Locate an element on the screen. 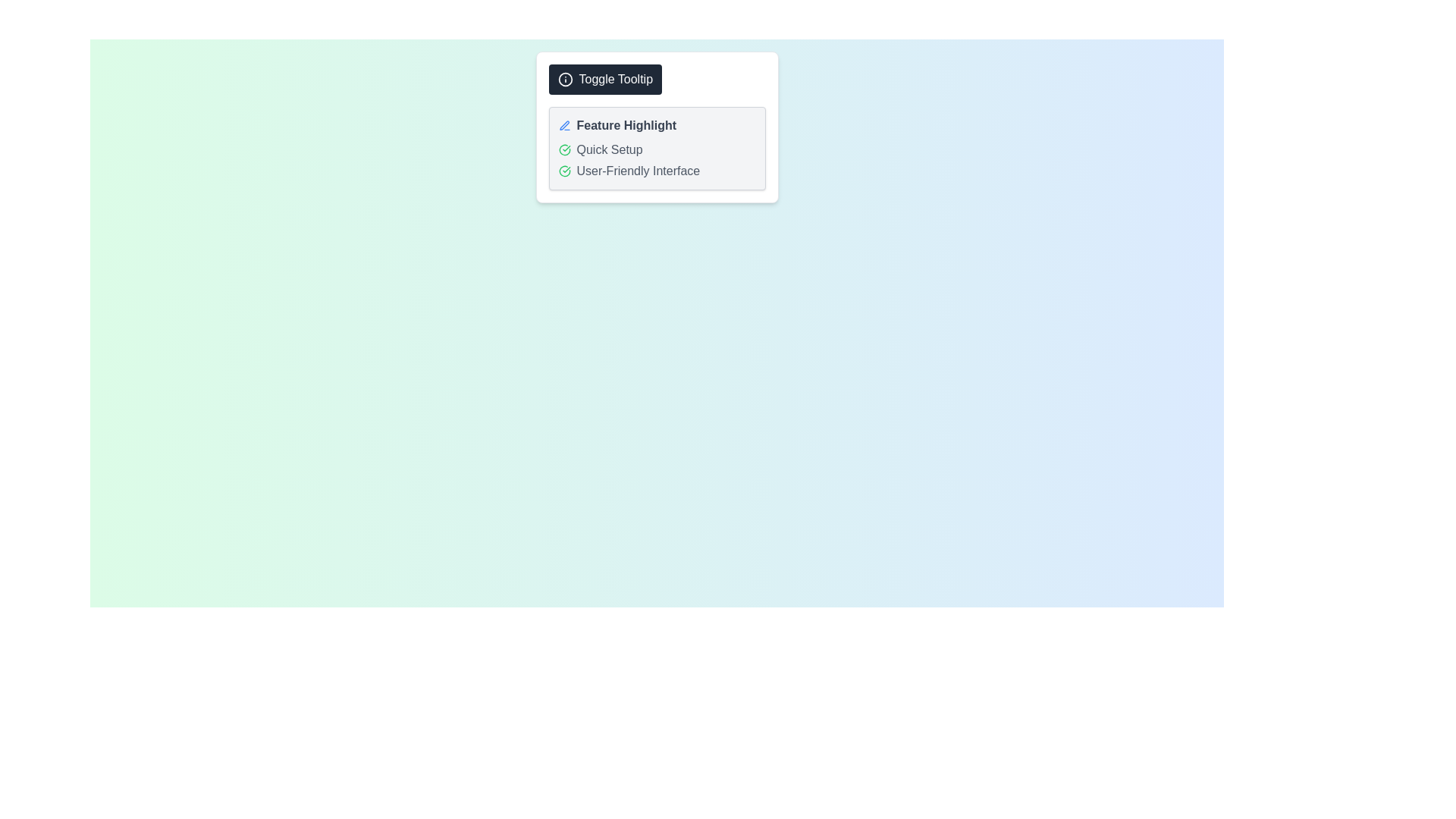 This screenshot has width=1456, height=819. the button located at the top of the white card with a light gray border, designed to toggle the visibility of a tooltip for additional context or guidance is located at coordinates (604, 79).